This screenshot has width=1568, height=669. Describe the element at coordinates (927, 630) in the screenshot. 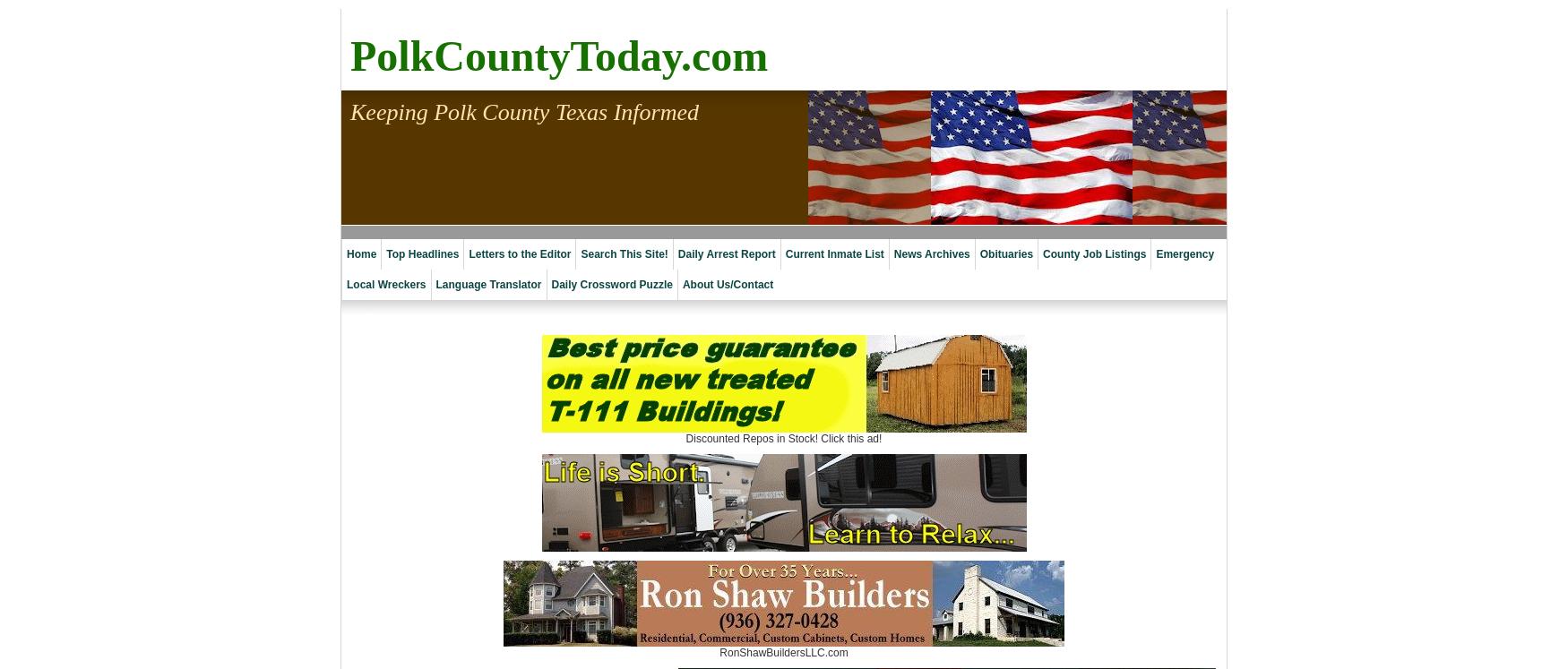

I see `'2019 Archives'` at that location.